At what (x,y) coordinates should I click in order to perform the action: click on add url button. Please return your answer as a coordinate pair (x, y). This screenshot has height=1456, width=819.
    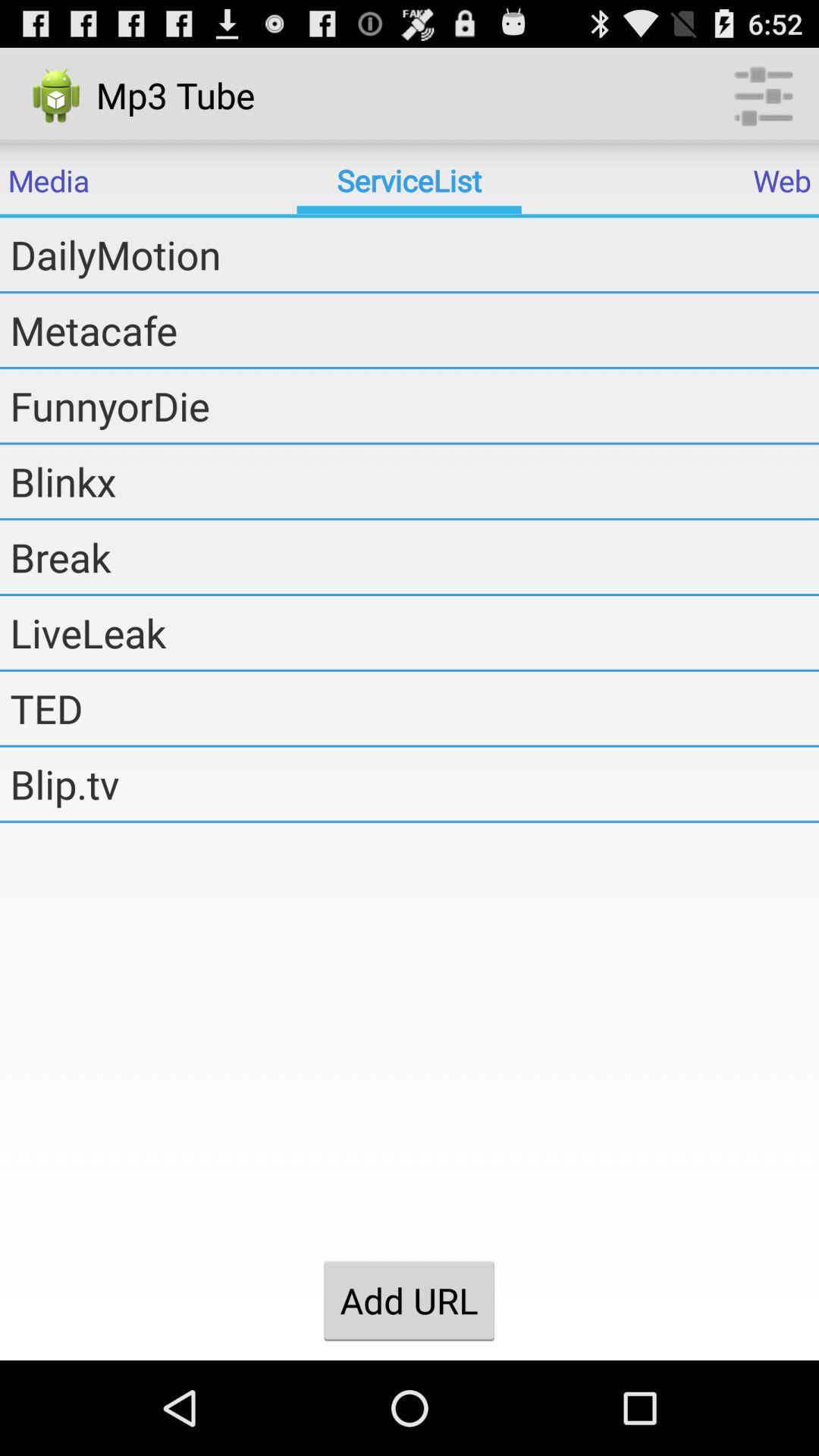
    Looking at the image, I should click on (408, 1300).